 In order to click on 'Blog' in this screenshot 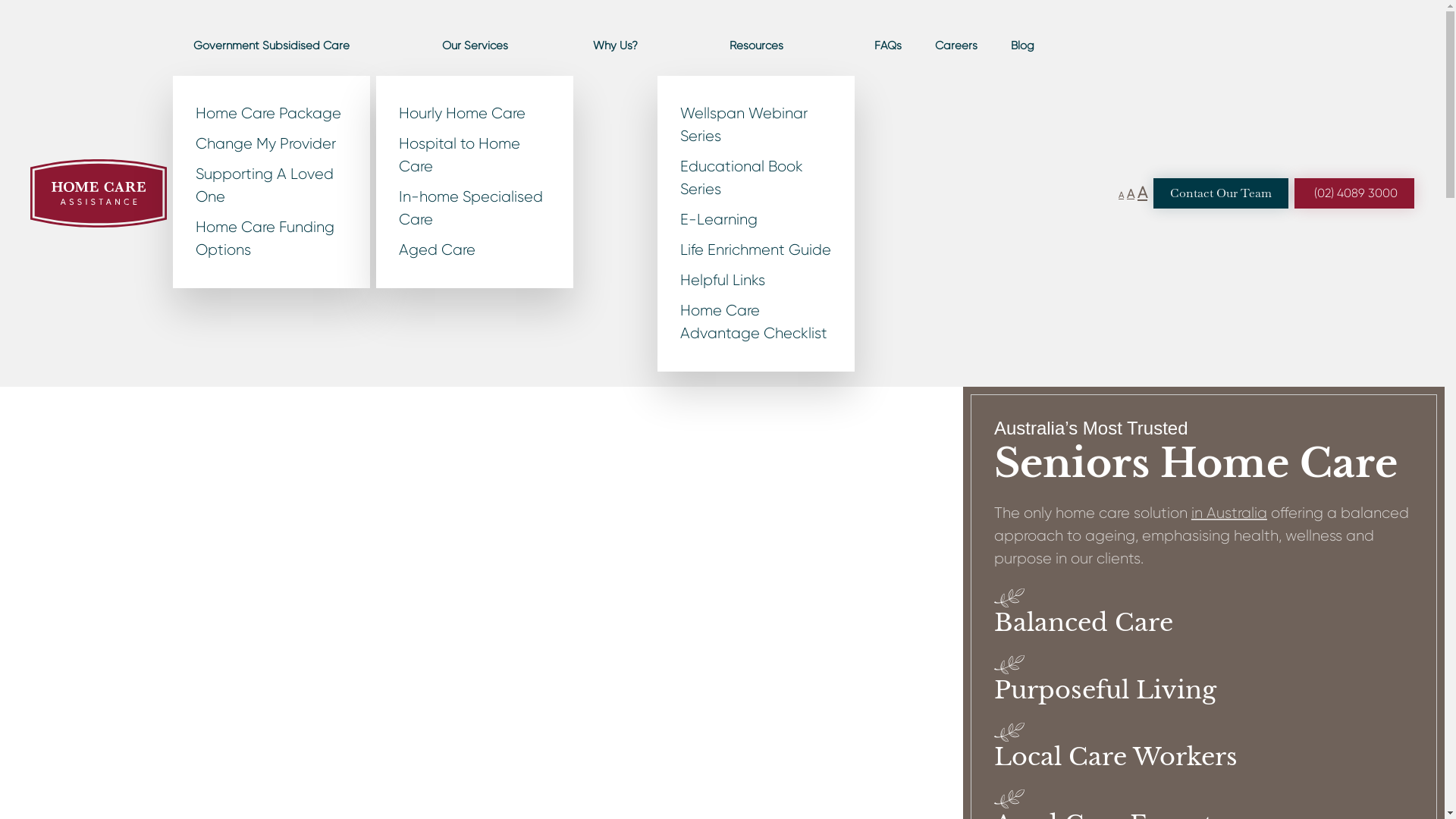, I will do `click(1022, 45)`.